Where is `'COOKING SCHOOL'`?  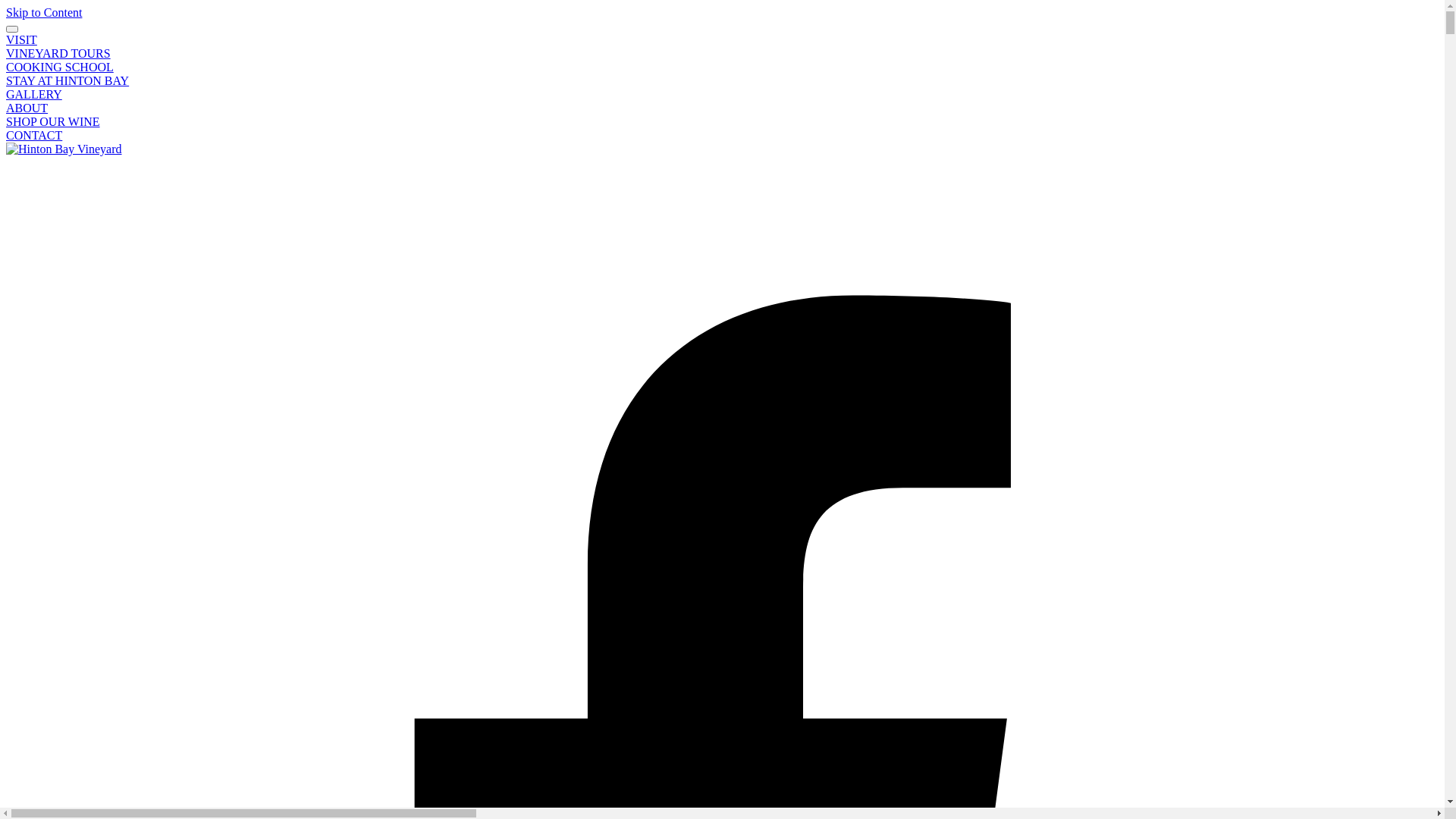 'COOKING SCHOOL' is located at coordinates (59, 66).